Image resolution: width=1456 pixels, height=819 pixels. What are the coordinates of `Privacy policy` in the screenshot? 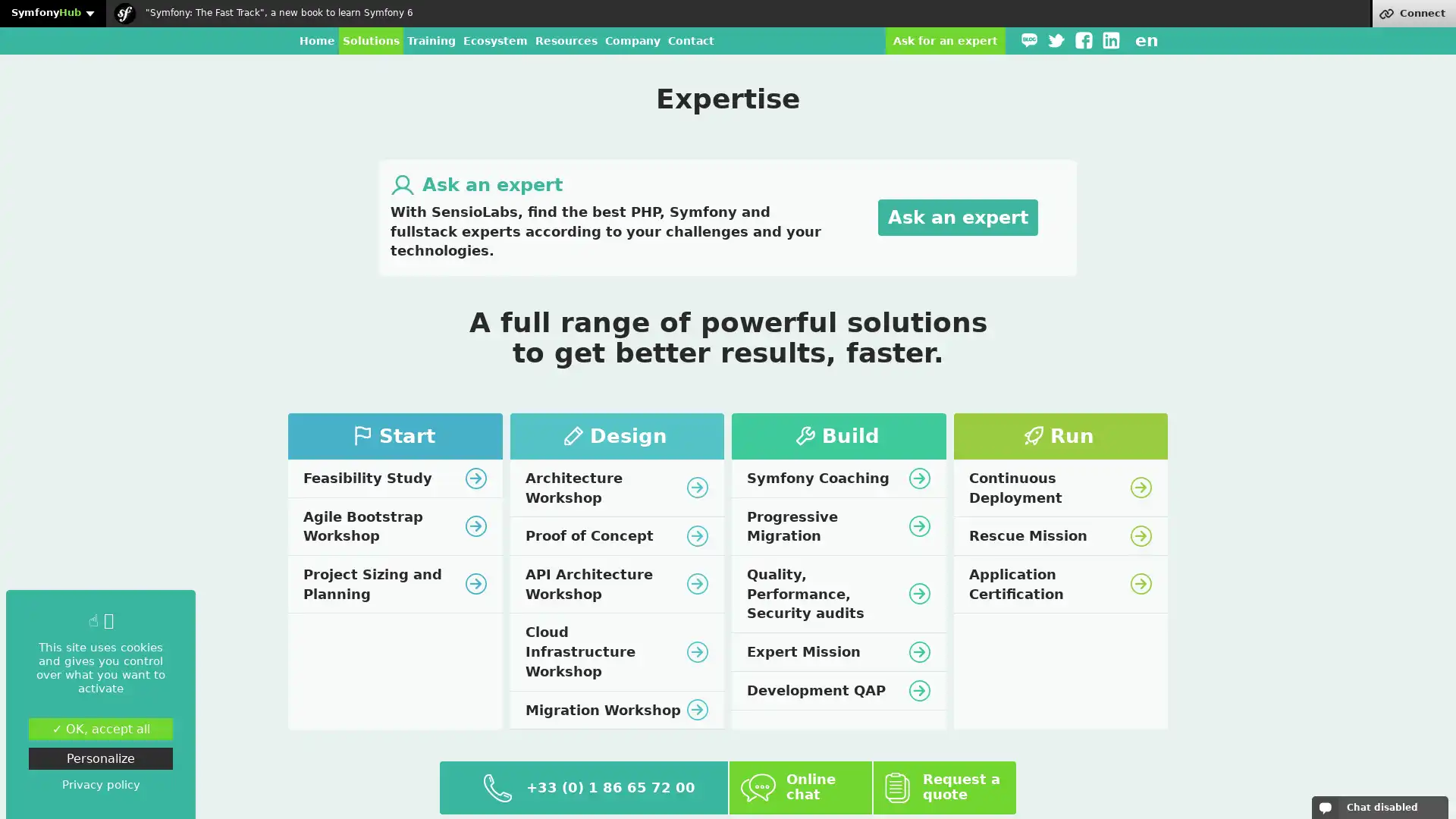 It's located at (100, 784).